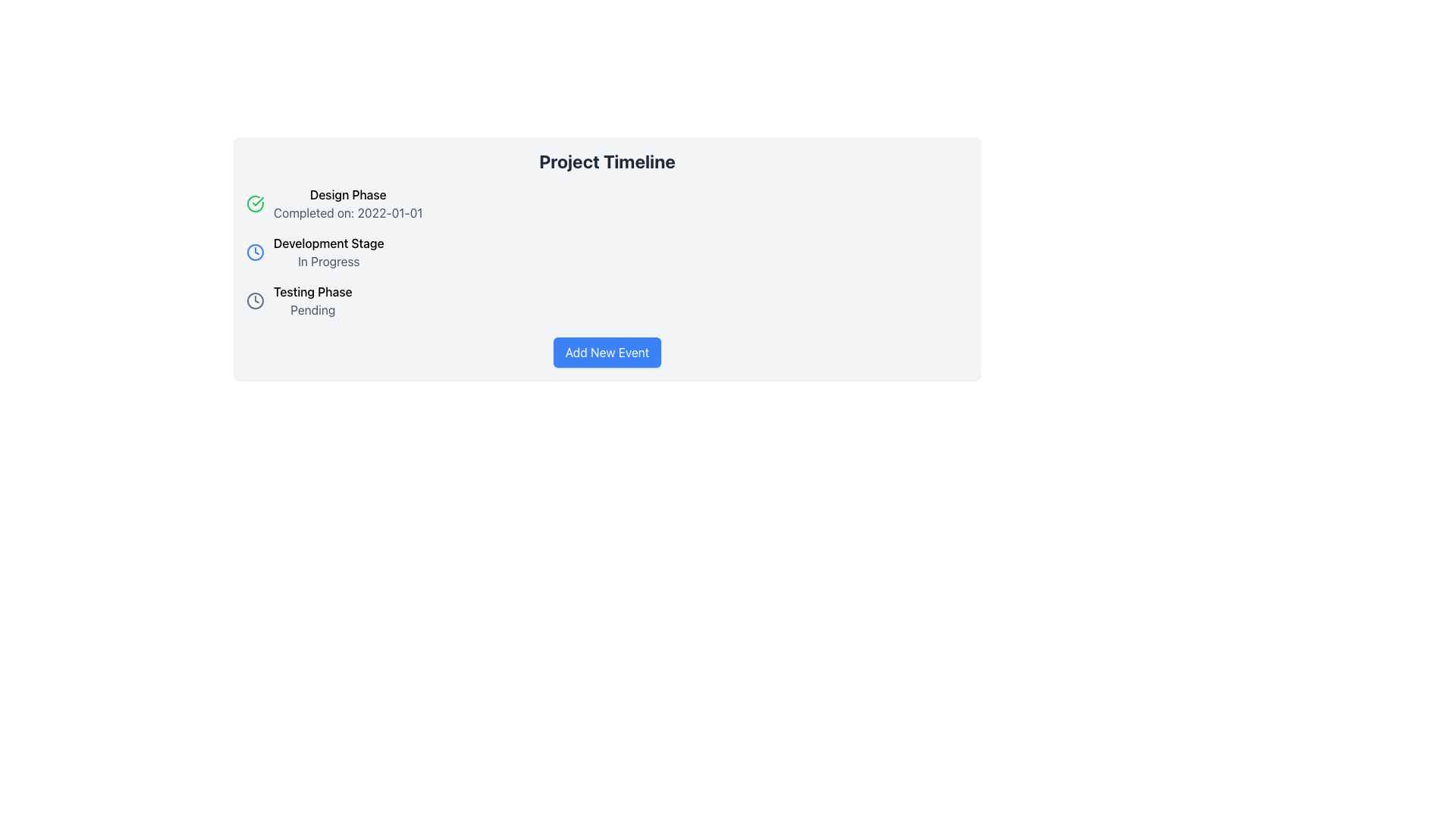 The width and height of the screenshot is (1456, 819). What do you see at coordinates (255, 251) in the screenshot?
I see `the blue clock icon with a circular outline located to the left of the 'Development Stage' header text in the second timeline entry of the 'Project Timeline' card` at bounding box center [255, 251].